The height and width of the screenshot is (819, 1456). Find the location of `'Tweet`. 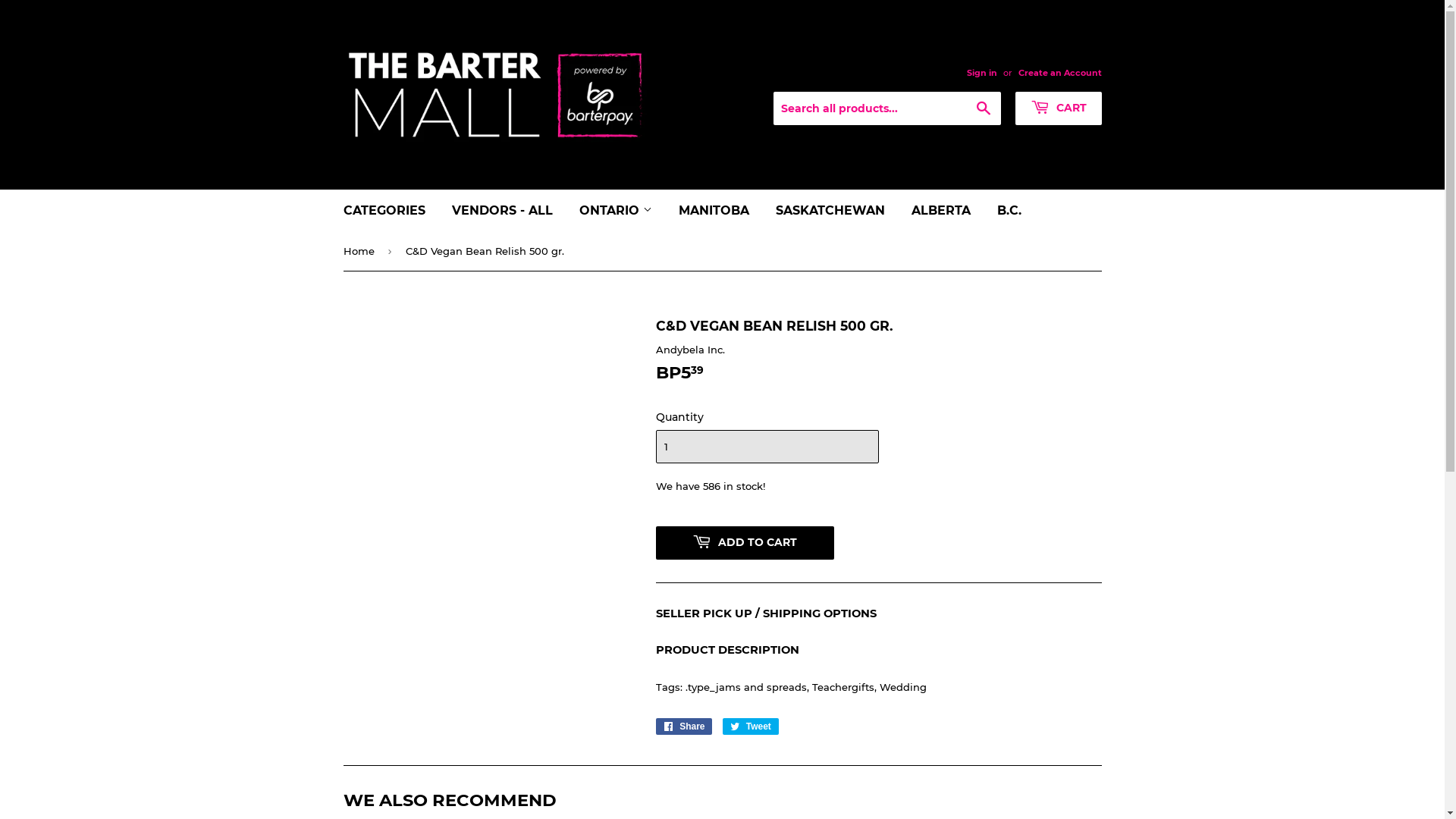

'Tweet is located at coordinates (750, 725).